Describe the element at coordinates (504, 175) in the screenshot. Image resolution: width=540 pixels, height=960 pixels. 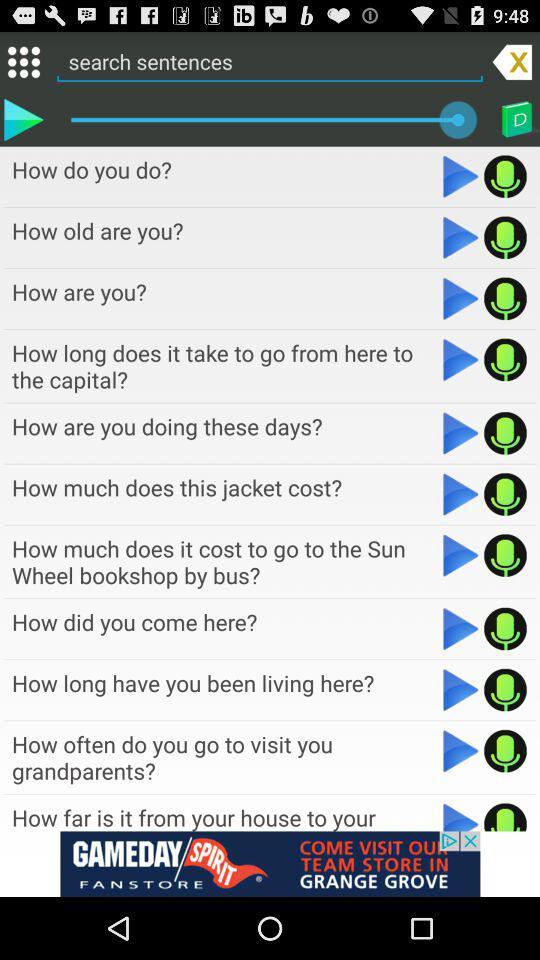
I see `recording option` at that location.